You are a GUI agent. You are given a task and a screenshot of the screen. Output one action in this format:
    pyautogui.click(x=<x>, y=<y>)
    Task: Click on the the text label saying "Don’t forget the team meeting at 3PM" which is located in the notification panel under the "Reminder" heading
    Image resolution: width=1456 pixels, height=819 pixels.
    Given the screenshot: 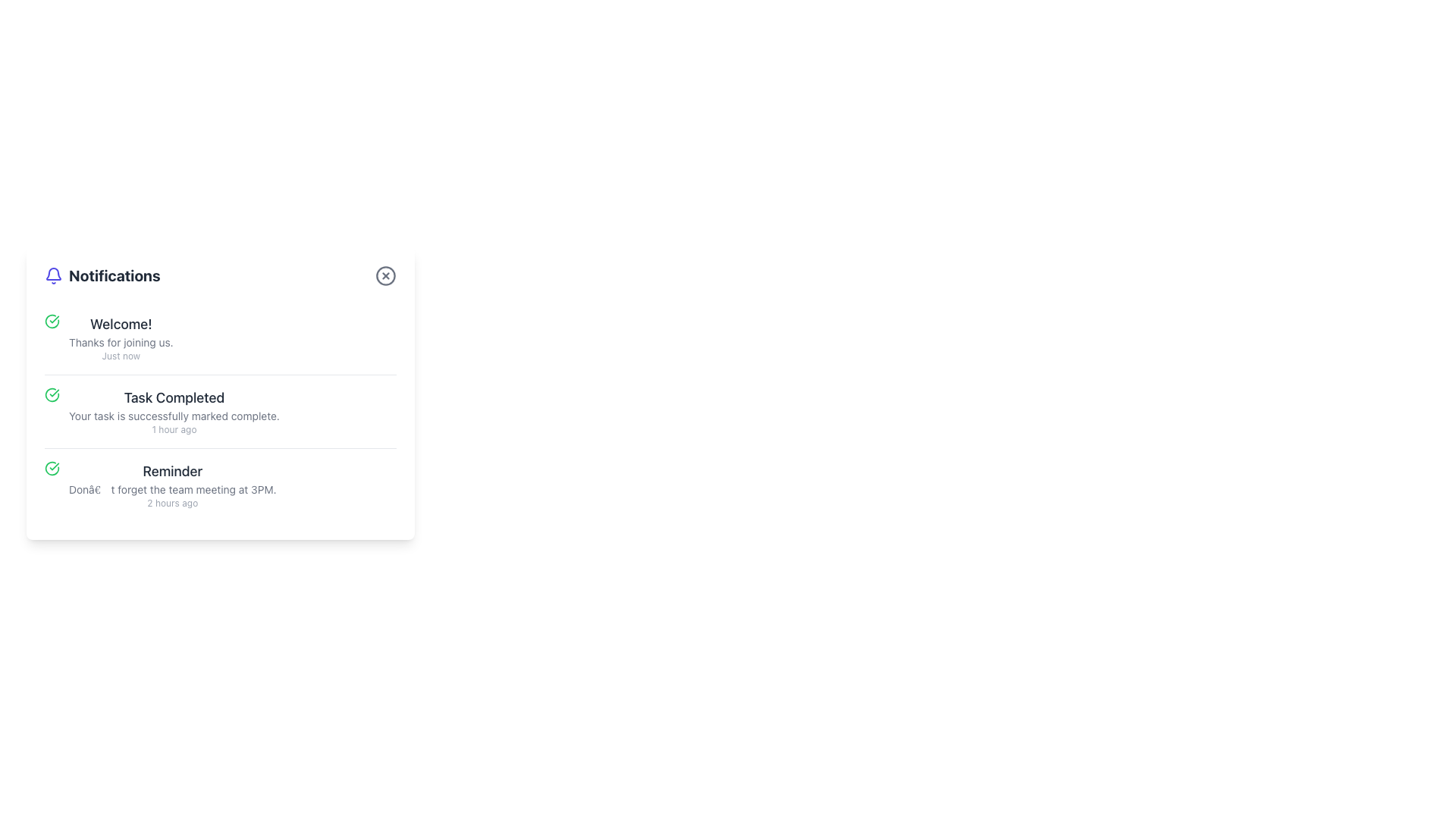 What is the action you would take?
    pyautogui.click(x=172, y=489)
    